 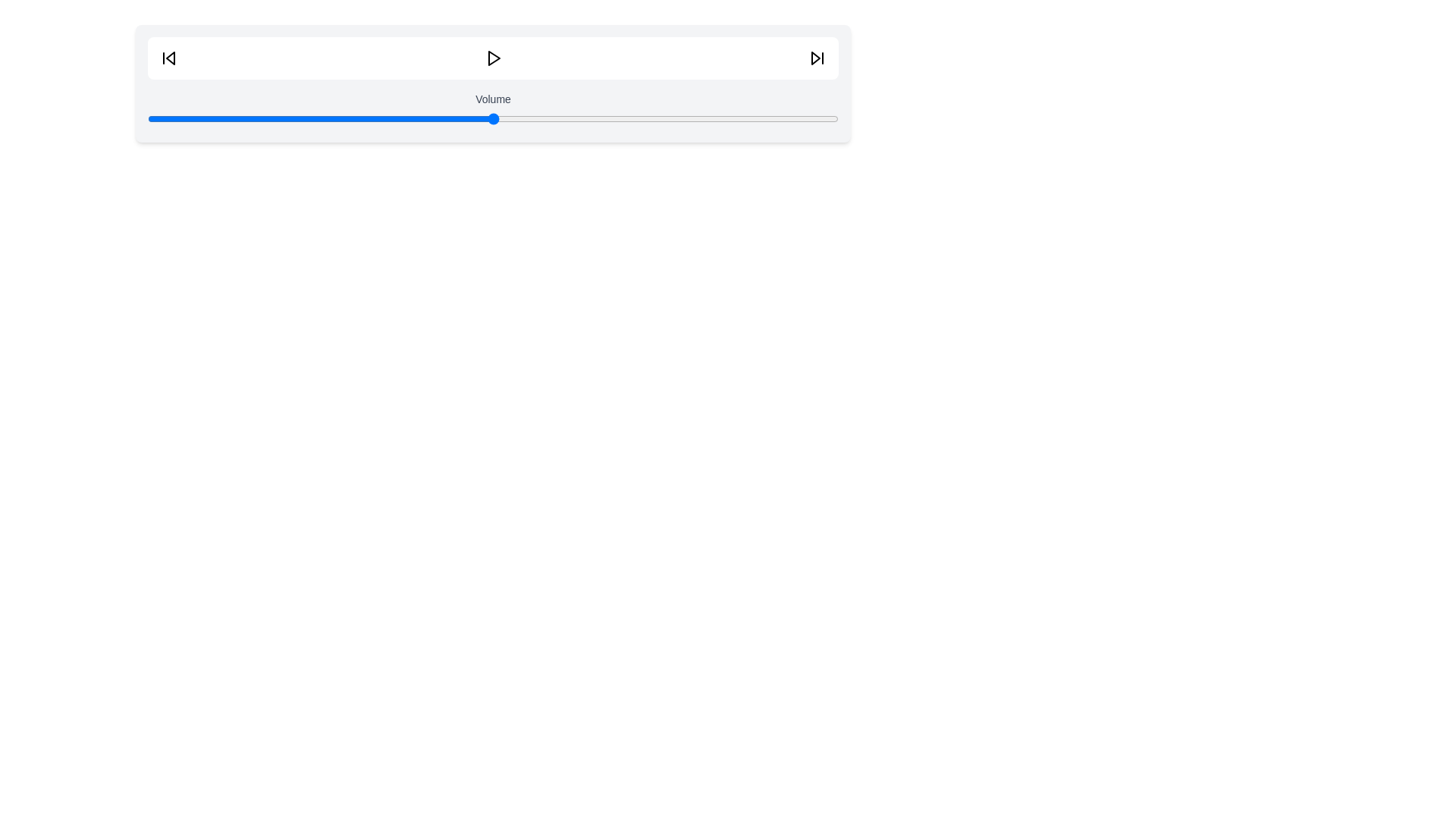 I want to click on the volume, so click(x=535, y=118).